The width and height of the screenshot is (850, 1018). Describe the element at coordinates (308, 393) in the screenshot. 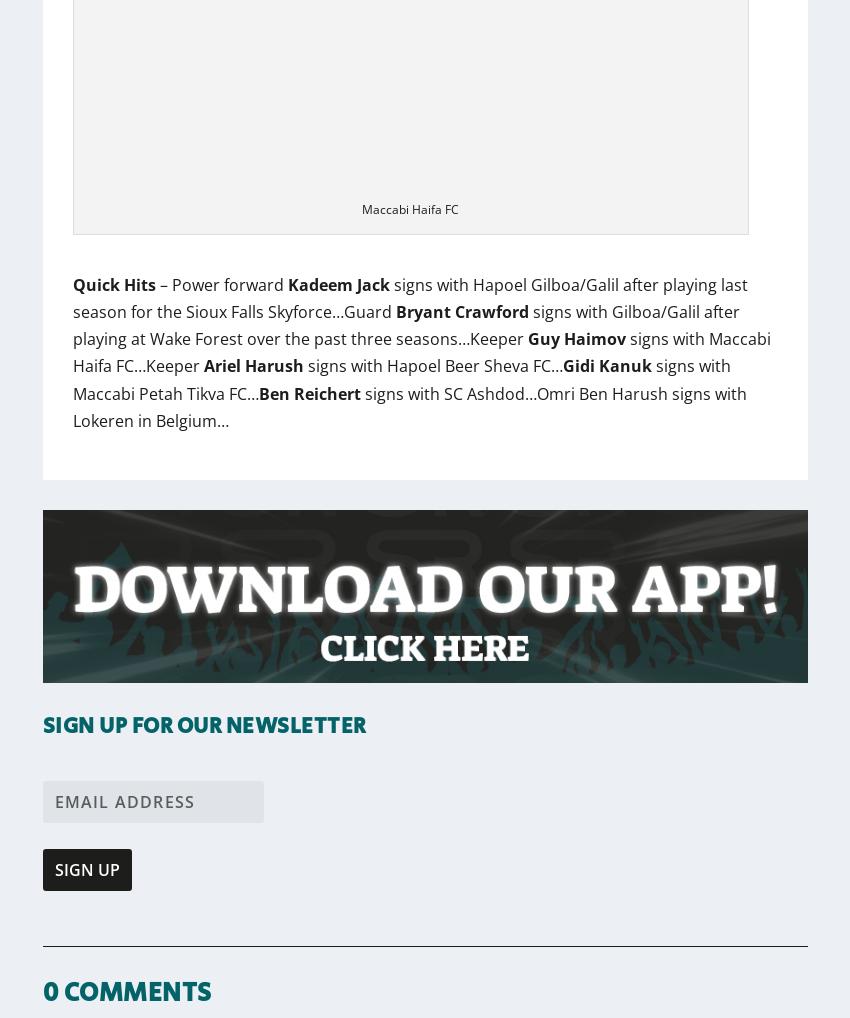

I see `'Ben Reichert'` at that location.